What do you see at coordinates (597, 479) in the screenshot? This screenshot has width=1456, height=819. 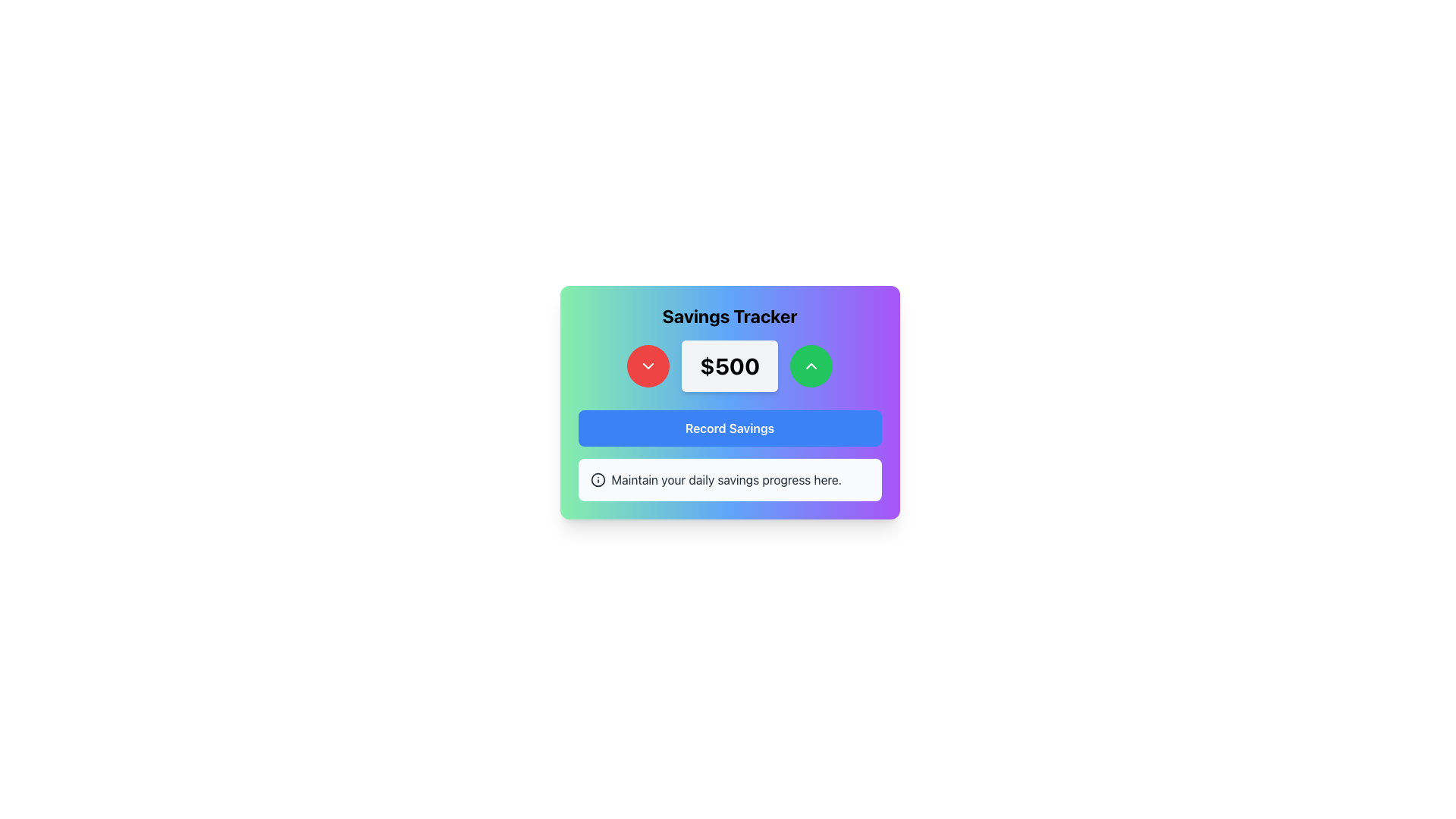 I see `the informational icon which is a circle enclosing a vertical line and a dot, located to the left of the text 'Maintain your daily savings progress here.'` at bounding box center [597, 479].